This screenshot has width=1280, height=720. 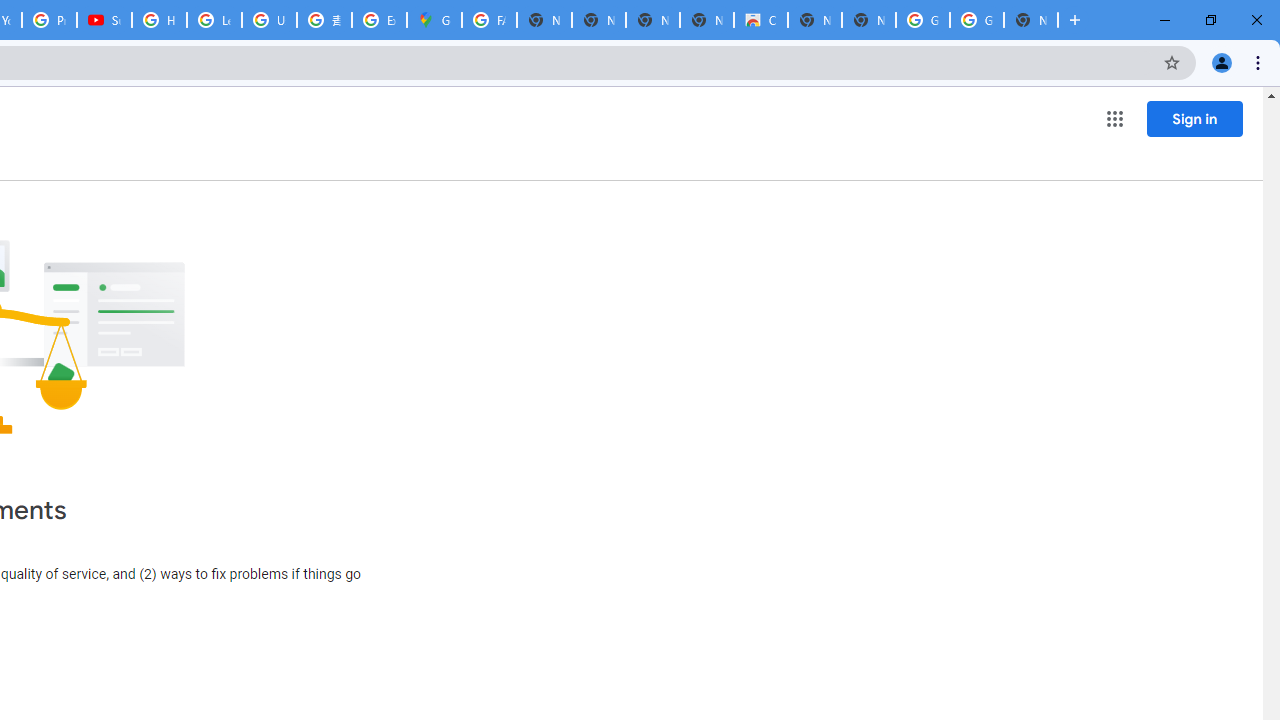 I want to click on 'Google Maps', so click(x=433, y=20).